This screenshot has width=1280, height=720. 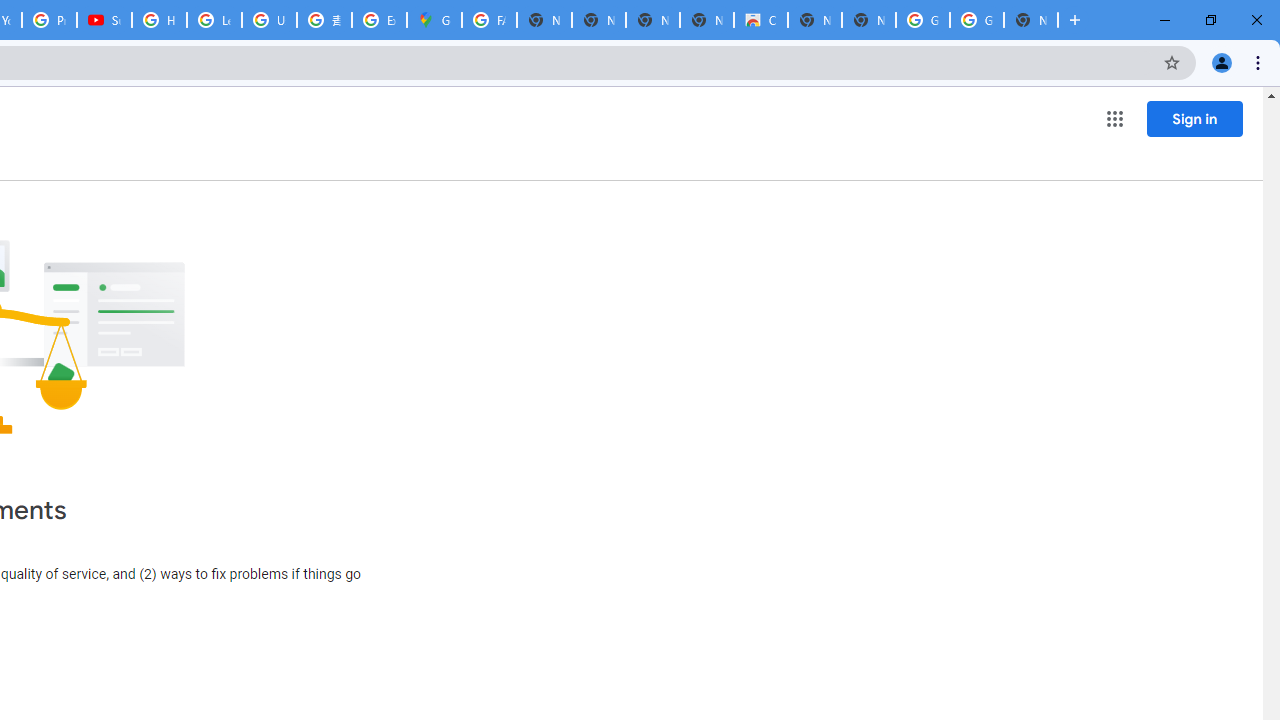 I want to click on 'Google Maps', so click(x=433, y=20).